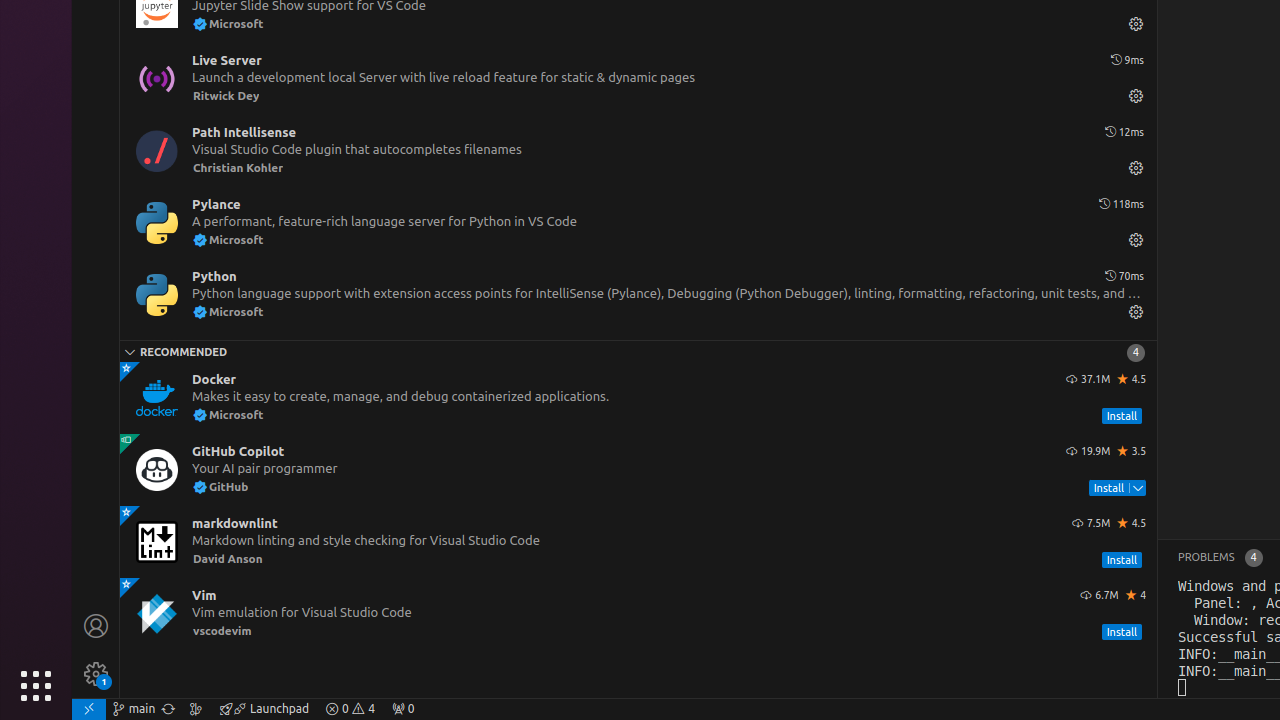  Describe the element at coordinates (637, 77) in the screenshot. I see `'Live Server, 5.7.9, Publisher Ritwick Dey, Launch a development local Server with live reload feature for static & dynamic pages , Rated 4.37 out of 5 stars by 491 users'` at that location.